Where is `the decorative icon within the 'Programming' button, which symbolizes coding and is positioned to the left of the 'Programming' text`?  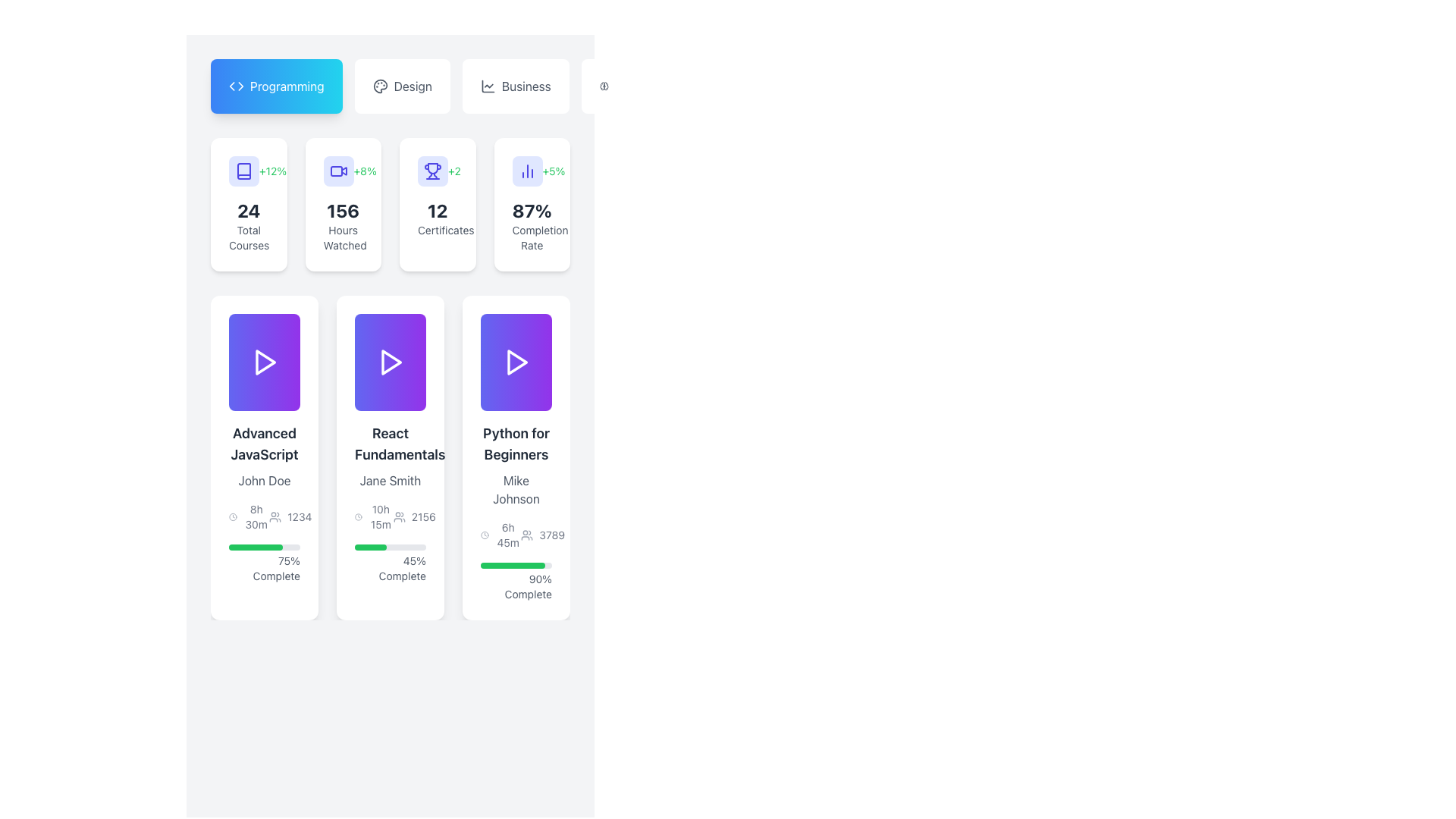 the decorative icon within the 'Programming' button, which symbolizes coding and is positioned to the left of the 'Programming' text is located at coordinates (236, 86).